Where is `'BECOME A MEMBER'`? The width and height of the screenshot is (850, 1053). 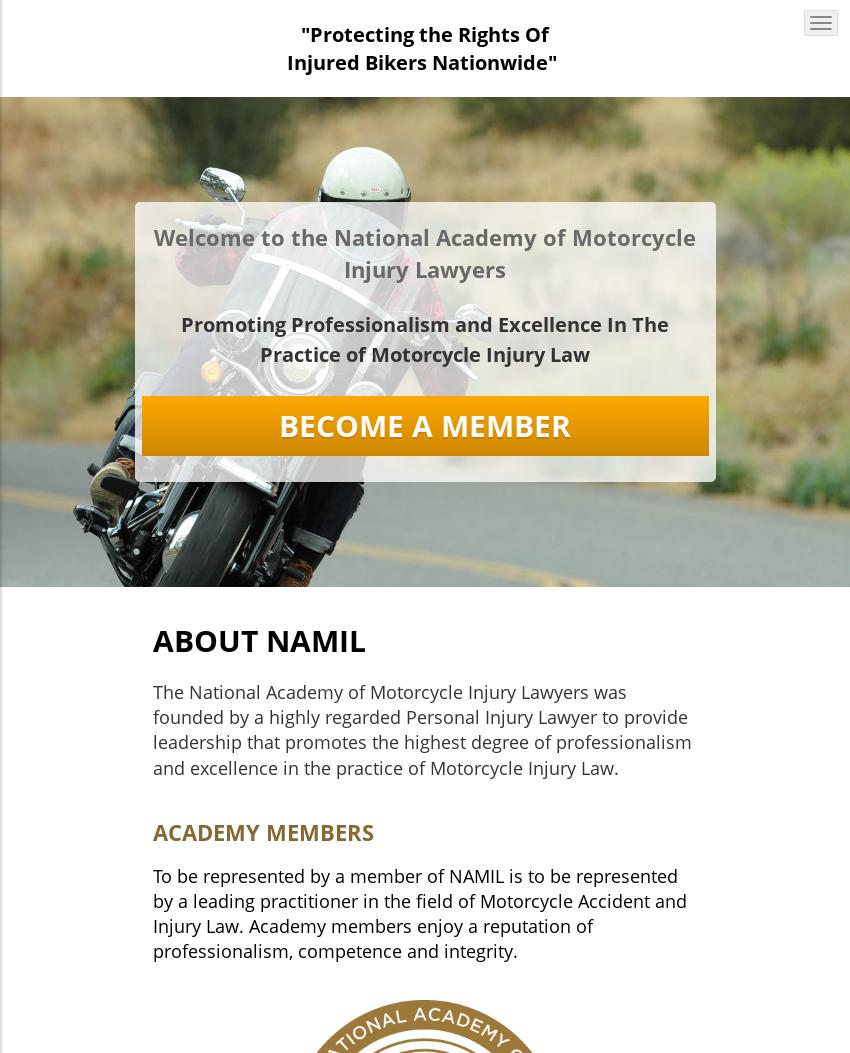 'BECOME A MEMBER' is located at coordinates (425, 425).